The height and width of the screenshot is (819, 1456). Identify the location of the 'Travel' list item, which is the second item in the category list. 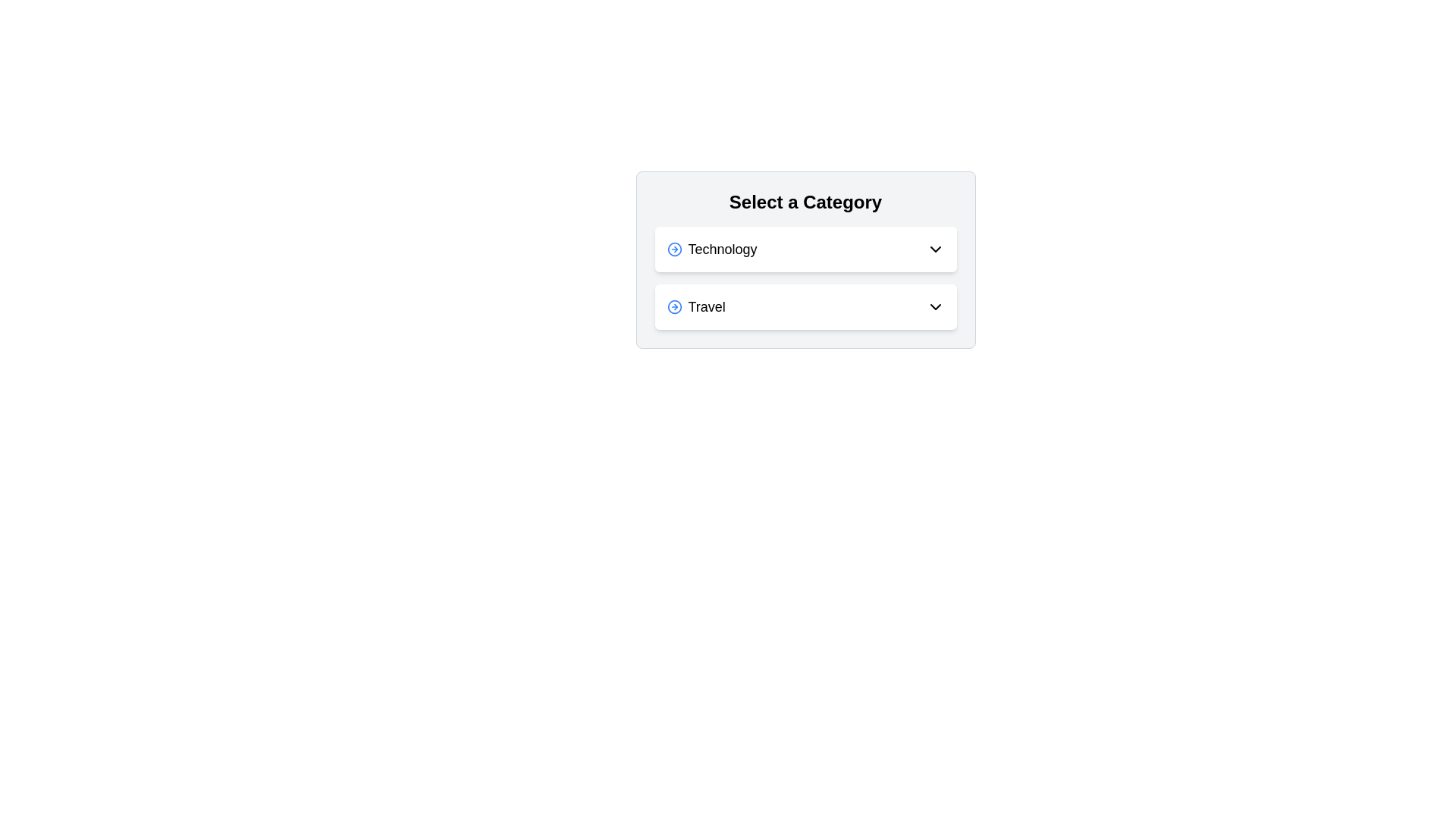
(695, 307).